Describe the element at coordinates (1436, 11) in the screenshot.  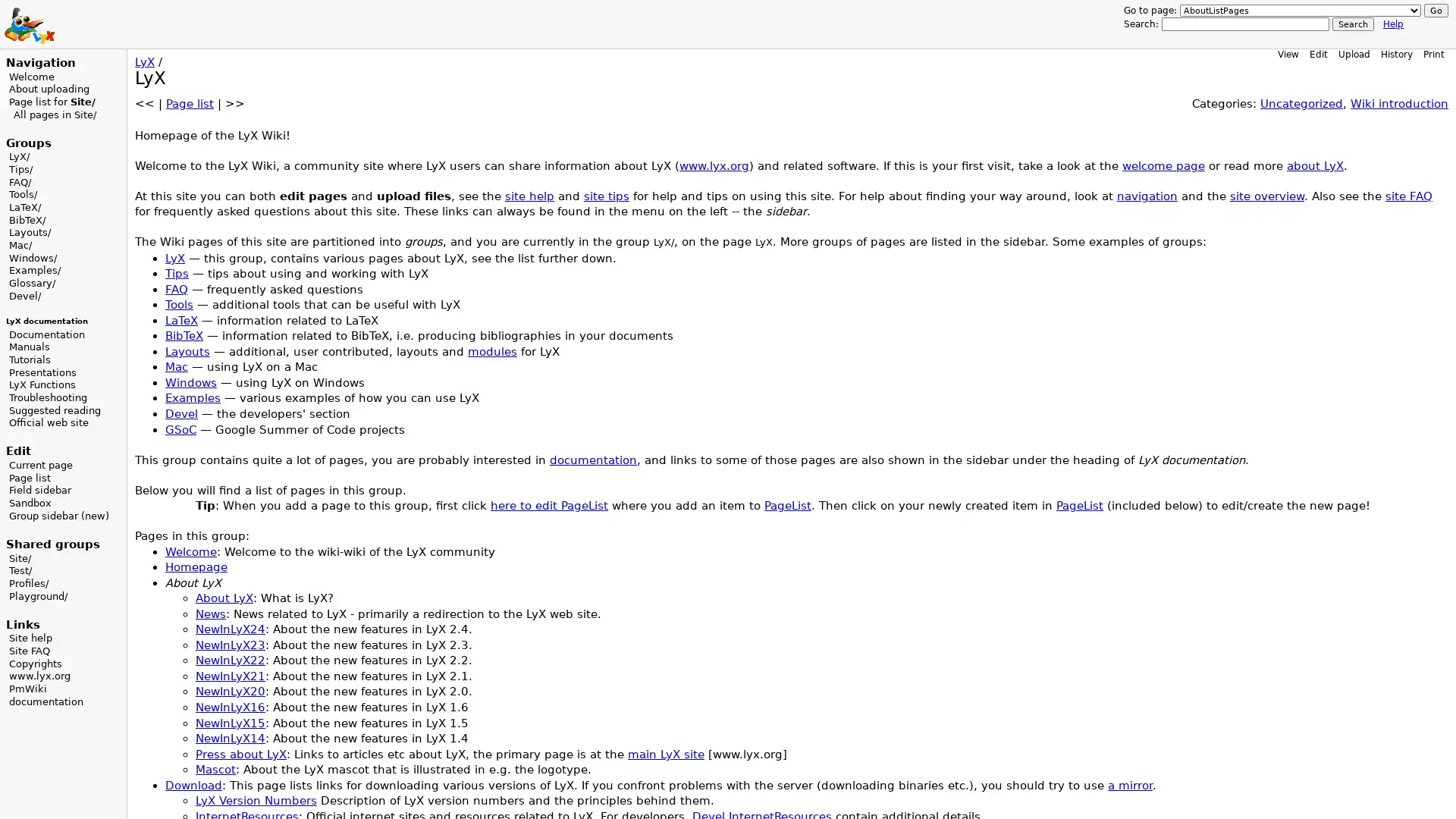
I see `Go` at that location.